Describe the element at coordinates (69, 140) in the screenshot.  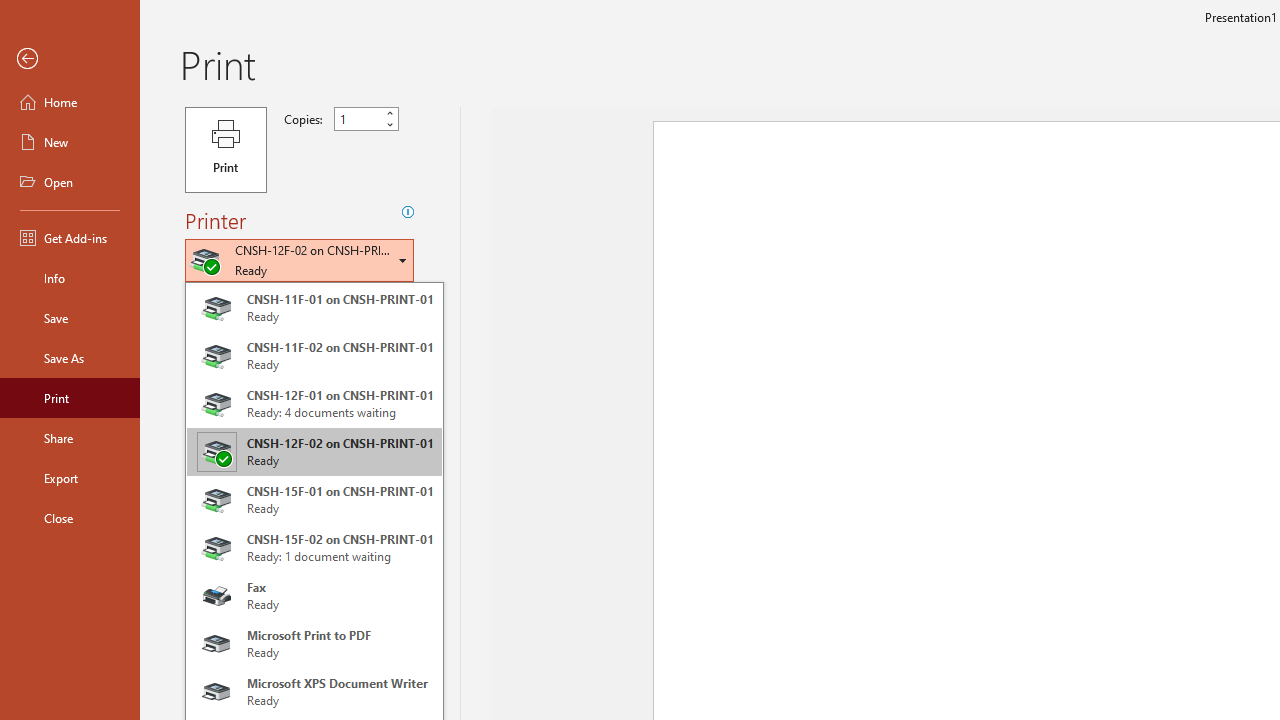
I see `'New'` at that location.